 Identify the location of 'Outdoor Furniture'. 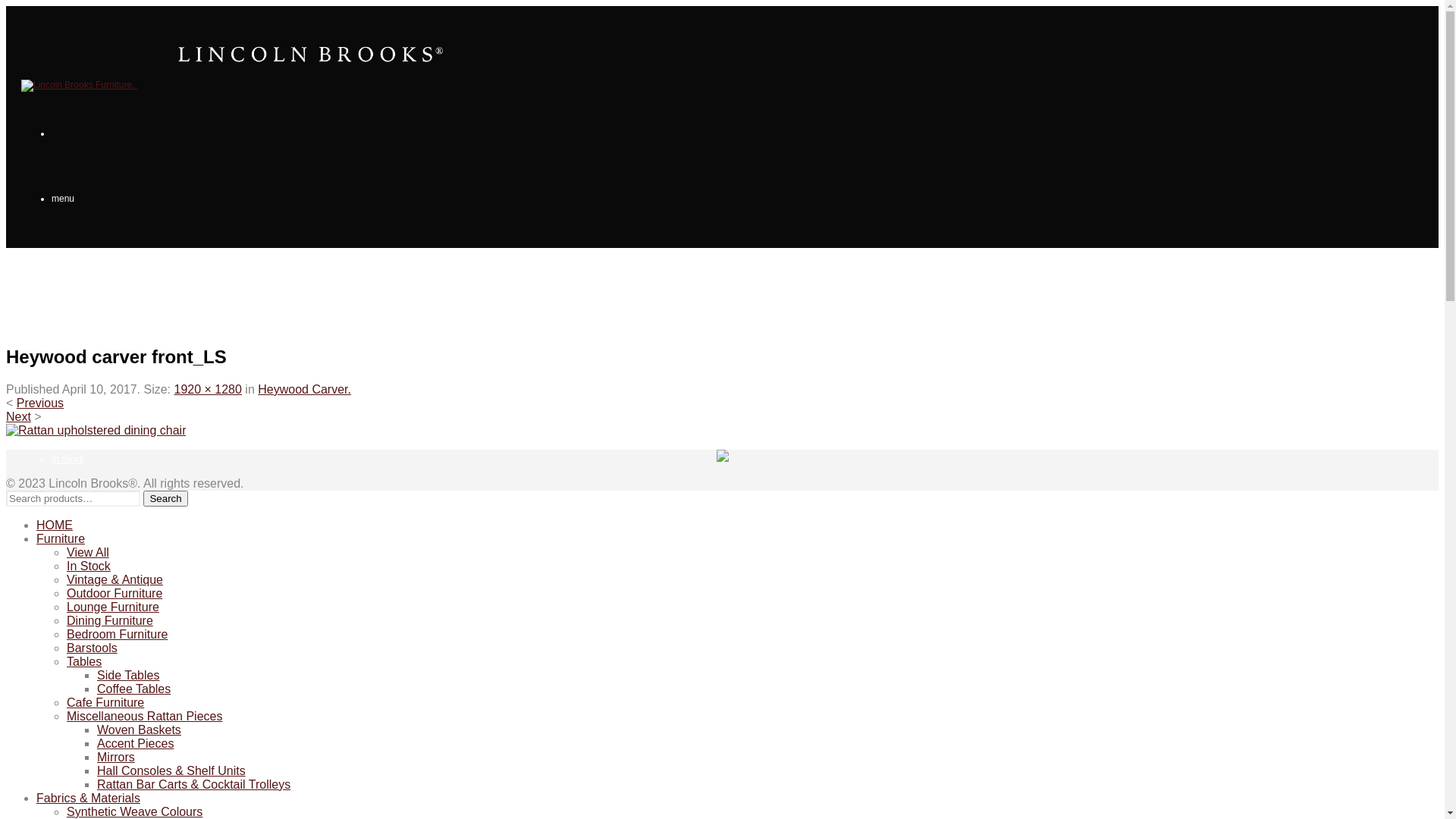
(113, 592).